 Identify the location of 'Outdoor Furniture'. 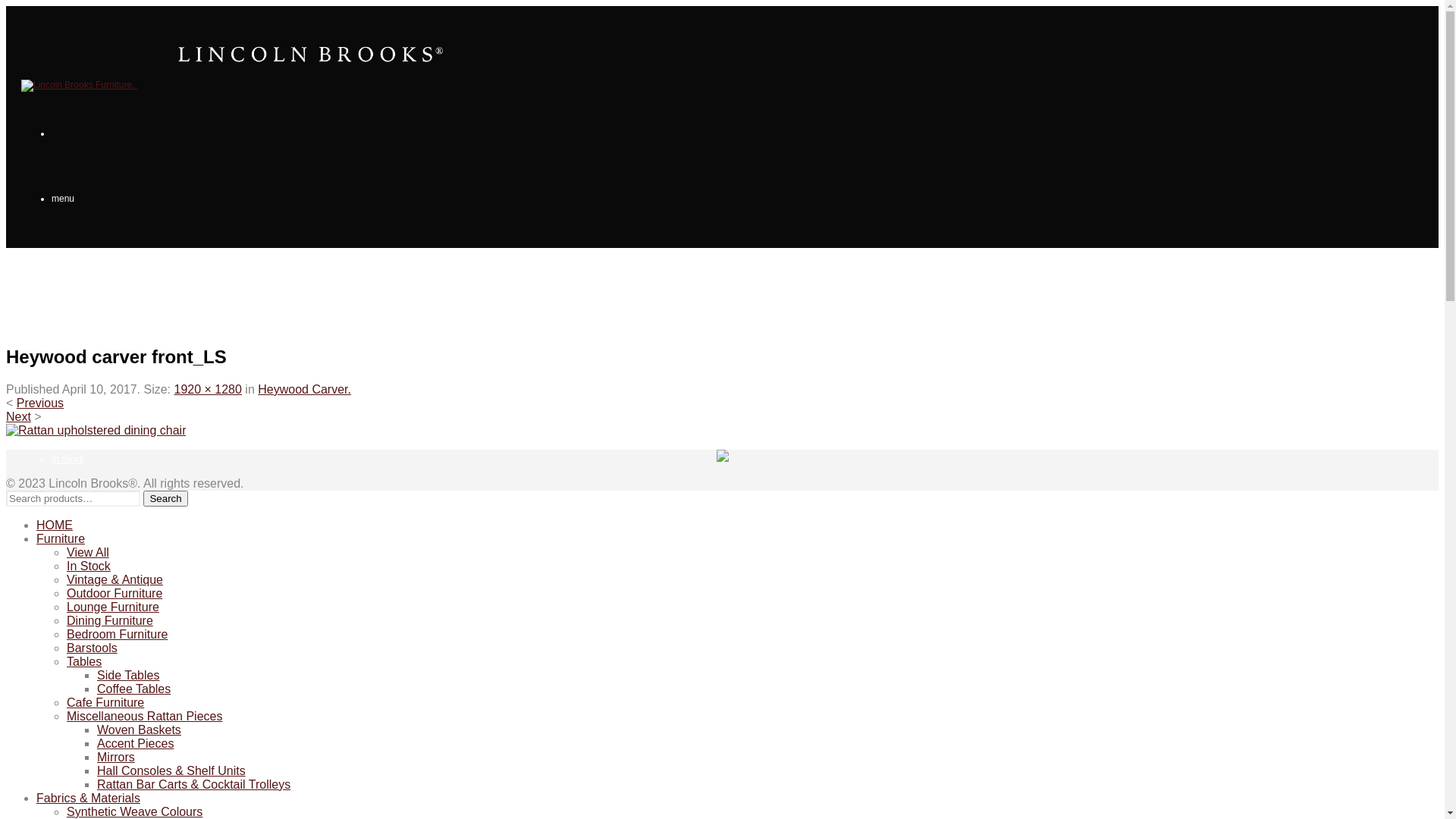
(113, 592).